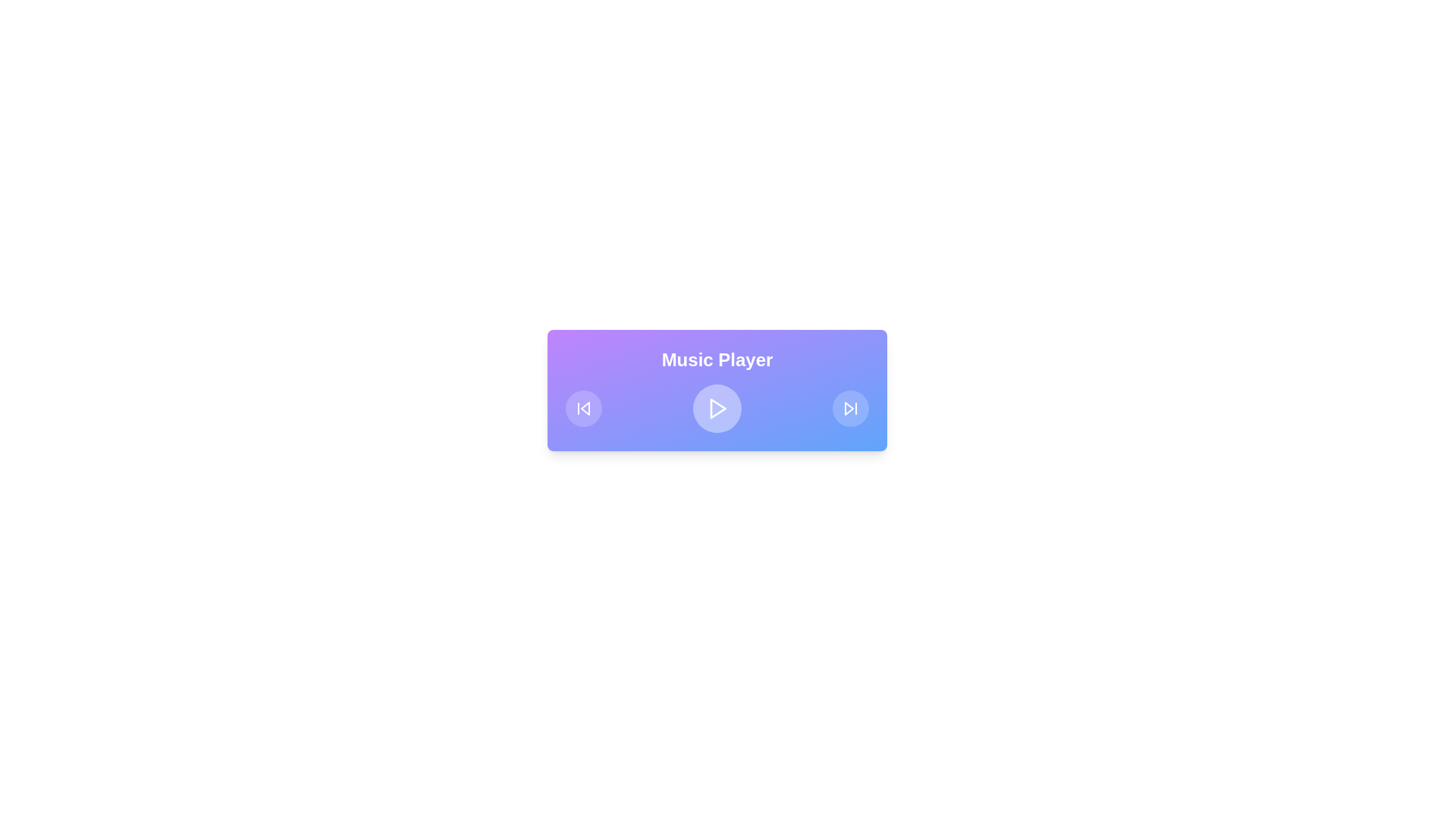  Describe the element at coordinates (716, 408) in the screenshot. I see `the Play button, which is a triangular play icon centered in a circular button with a semi-transparent white background, located at the center of the horizontal music player controller` at that location.